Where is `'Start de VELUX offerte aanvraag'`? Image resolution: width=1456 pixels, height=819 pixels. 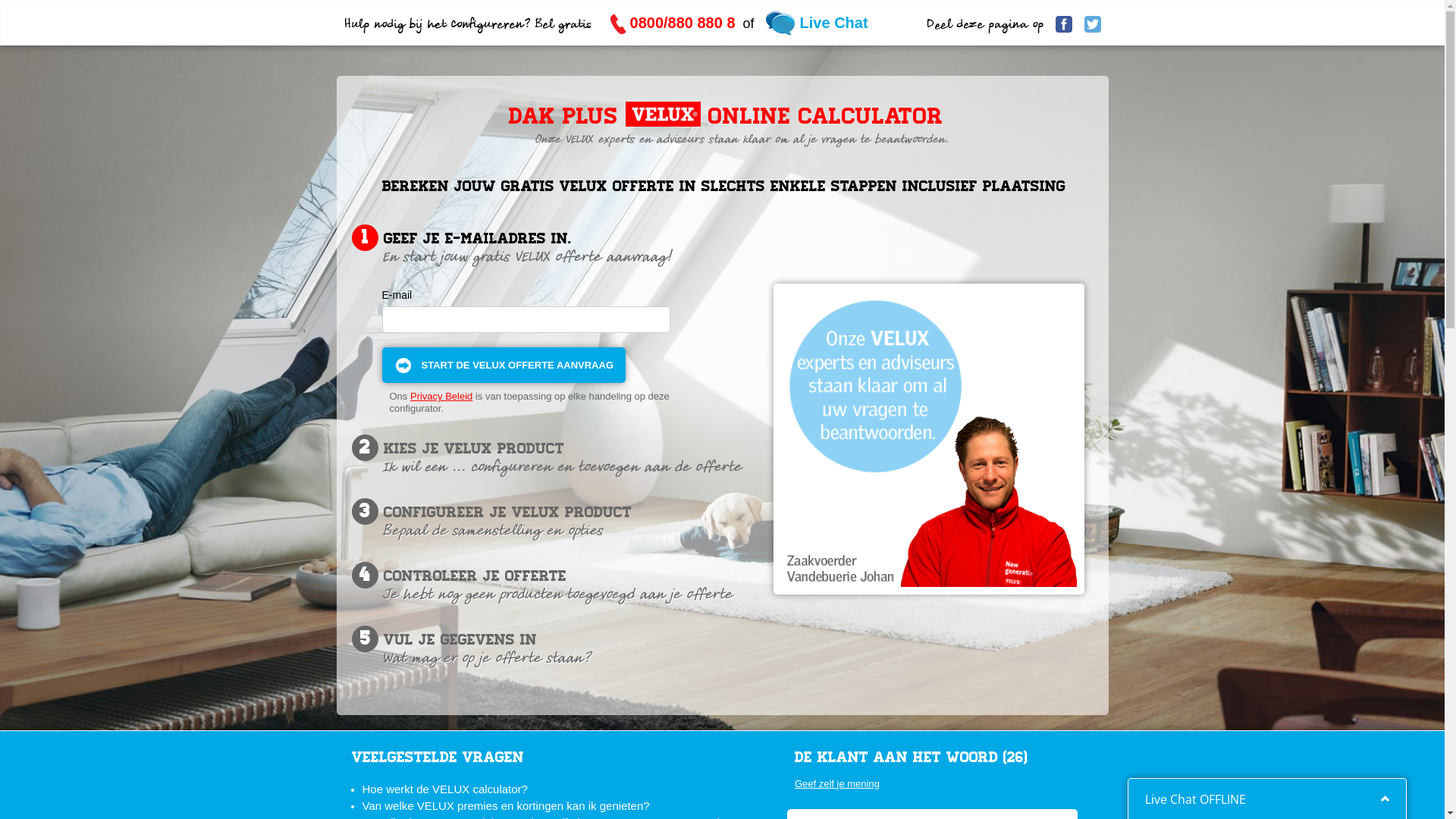 'Start de VELUX offerte aanvraag' is located at coordinates (504, 365).